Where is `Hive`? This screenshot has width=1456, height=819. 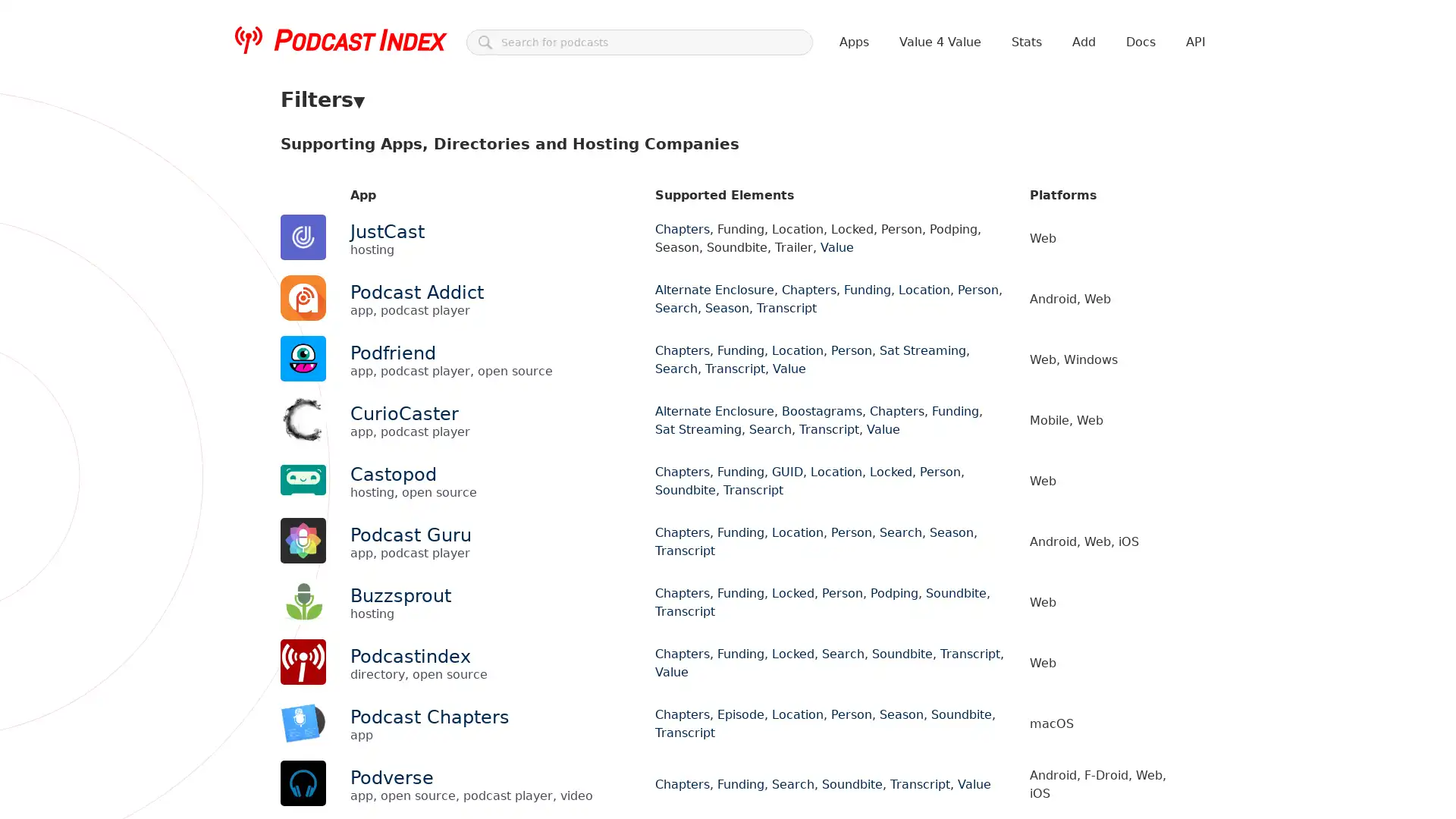
Hive is located at coordinates (710, 311).